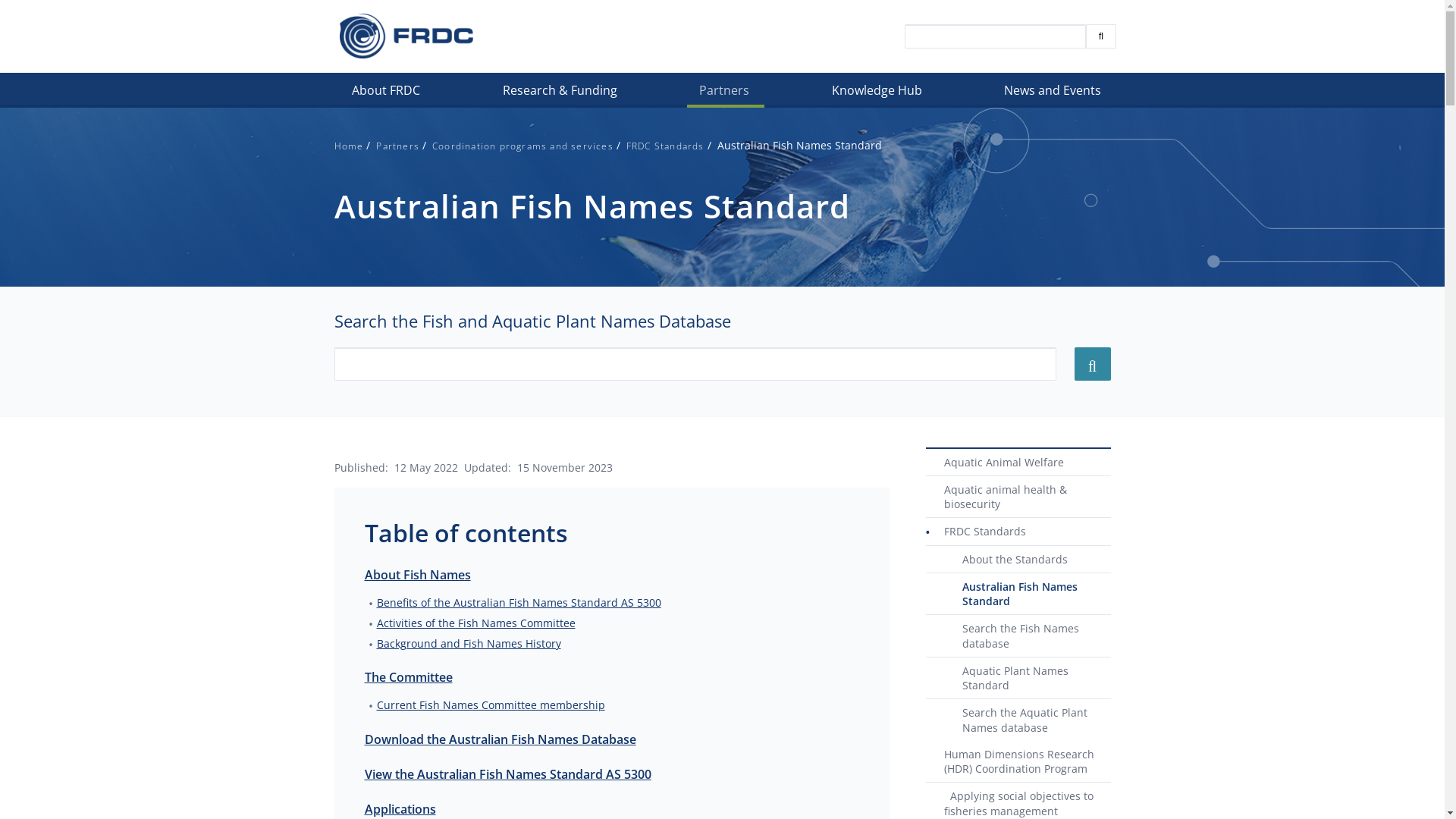 The height and width of the screenshot is (819, 1456). I want to click on 'Aquatic animal health & biosecurity', so click(1018, 497).